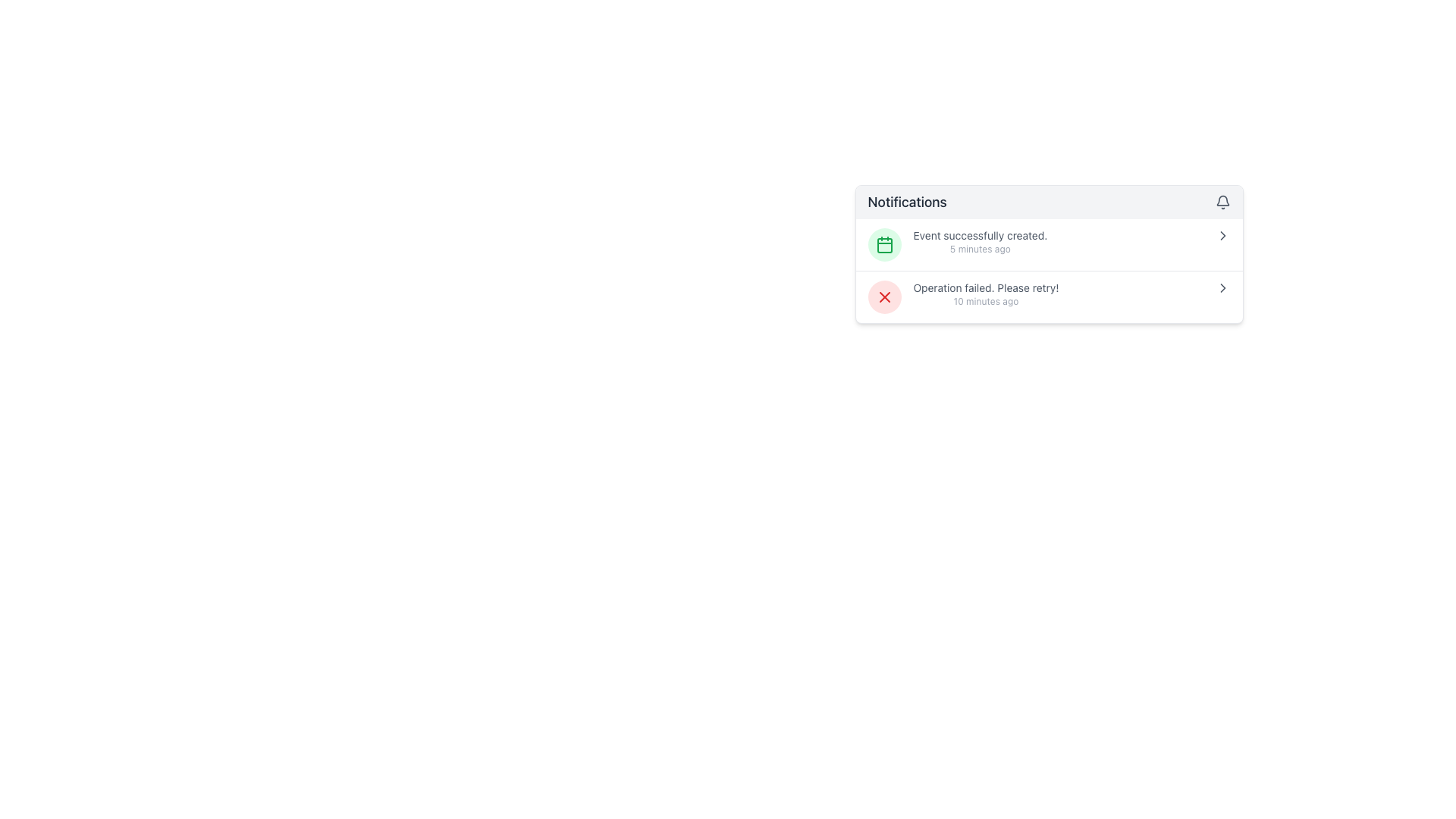  Describe the element at coordinates (907, 201) in the screenshot. I see `the 'Notifications' text label, which is styled in a large, bold font with a gray color, located at the top of the notification panel` at that location.